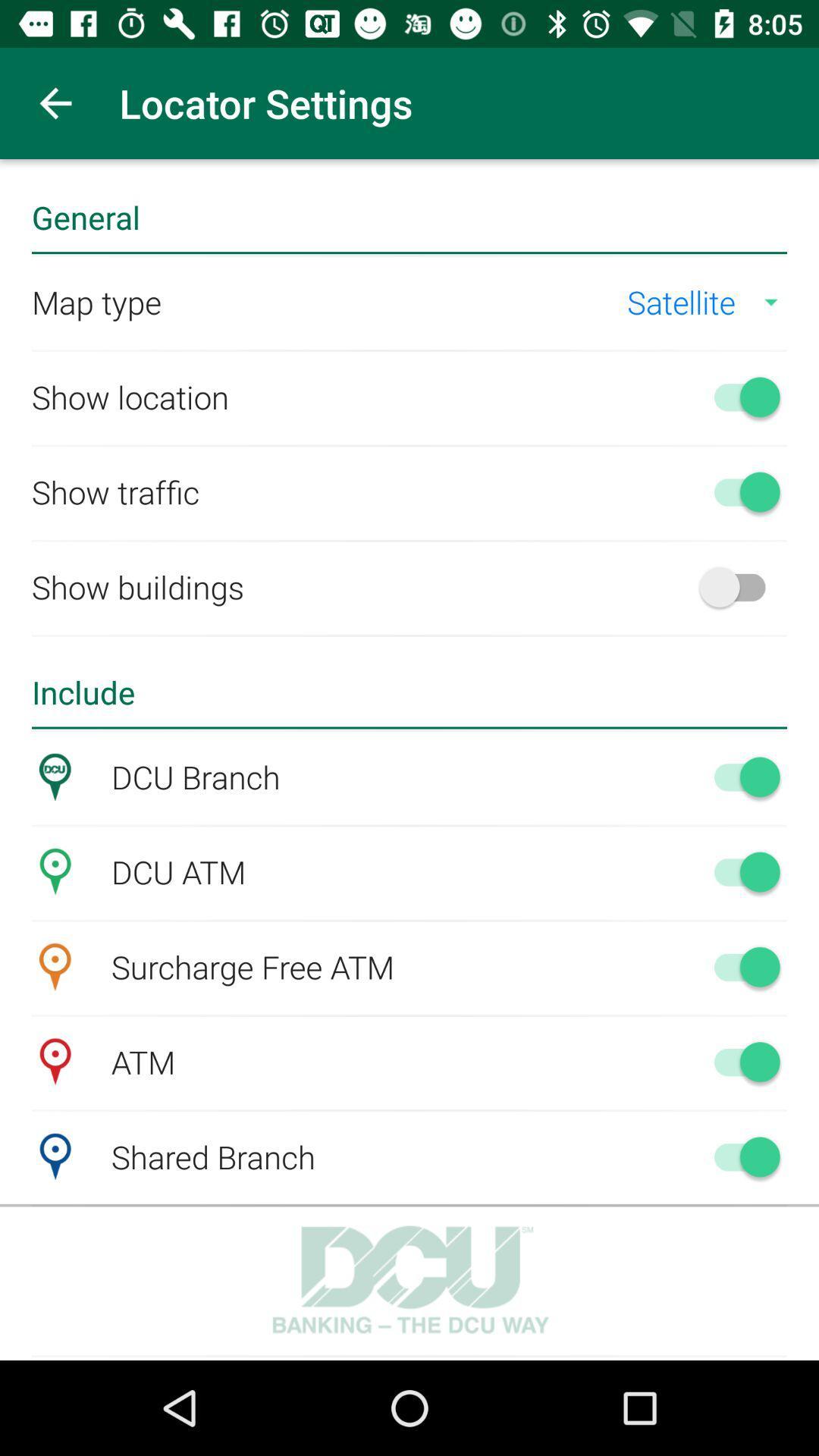  What do you see at coordinates (739, 491) in the screenshot?
I see `show traffic option` at bounding box center [739, 491].